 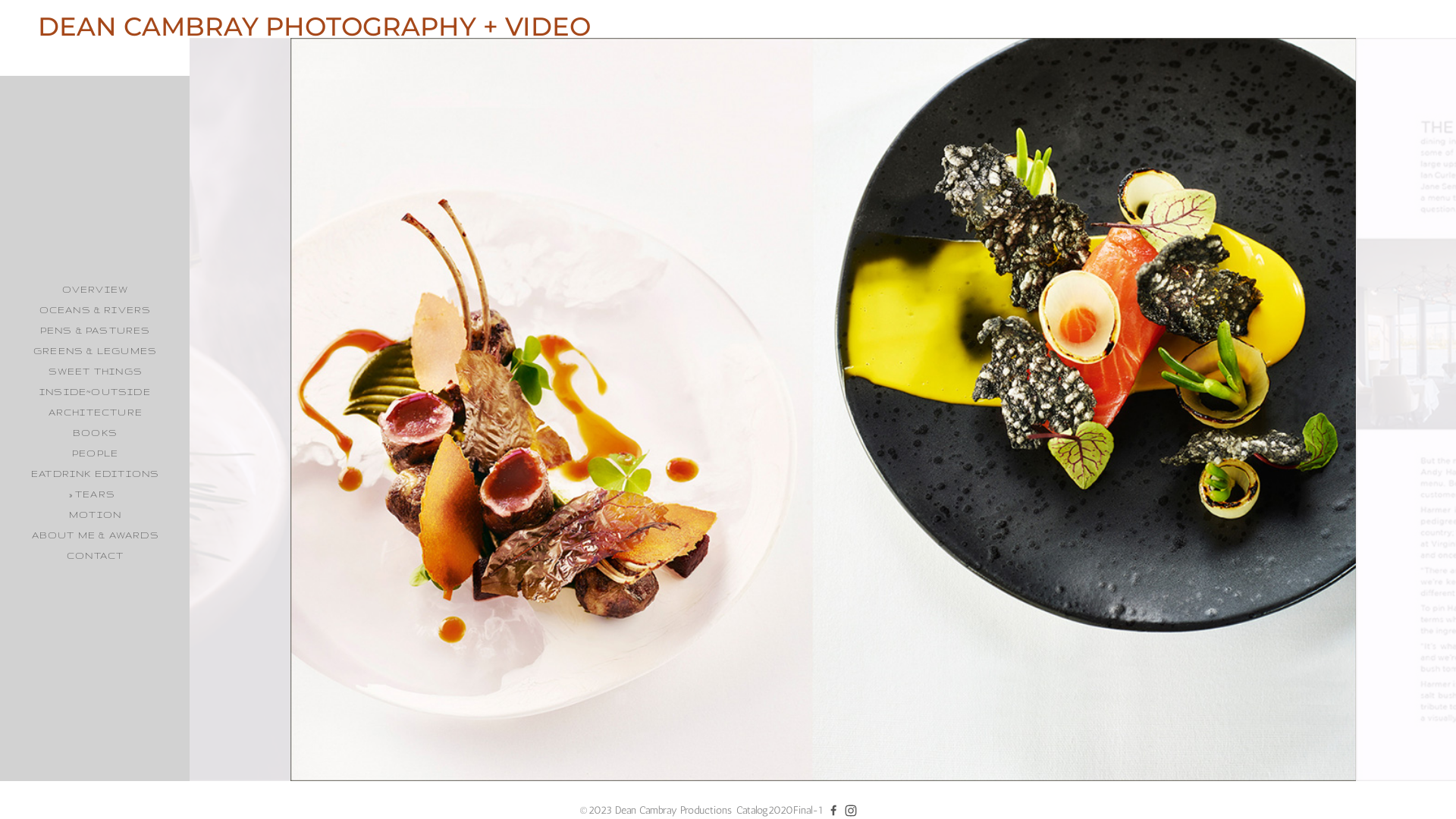 I want to click on 'PENS & PASTURES', so click(x=39, y=329).